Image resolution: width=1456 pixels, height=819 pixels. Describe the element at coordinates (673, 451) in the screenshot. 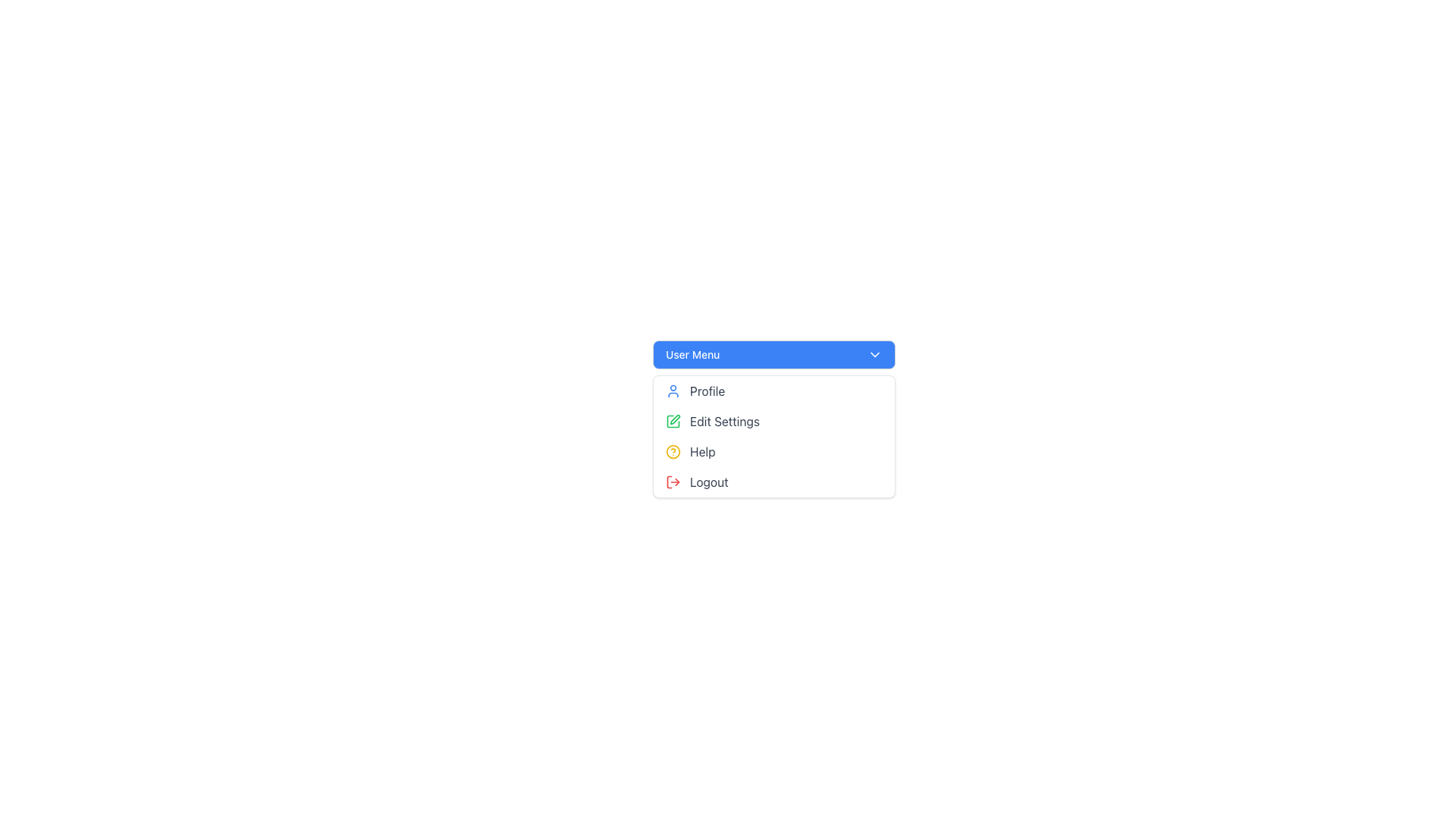

I see `the 'Help' icon located in the 'User Menu' dropdown, which visually indicates the purpose of the help menu item` at that location.